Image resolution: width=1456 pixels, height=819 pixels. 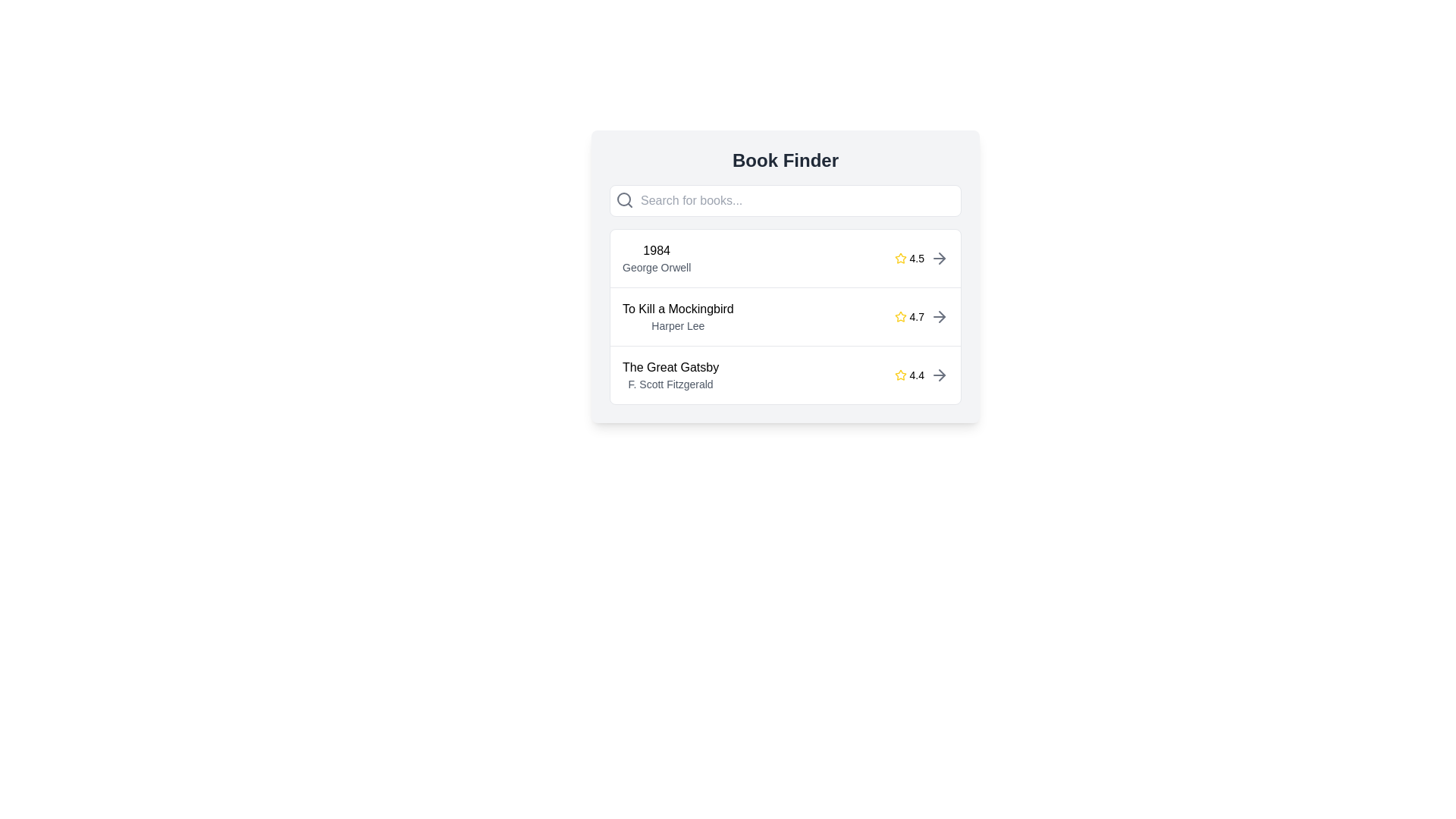 What do you see at coordinates (657, 267) in the screenshot?
I see `the text label displaying the author name 'George Orwell' associated with the book title '1984', located under the main heading '1984' as the lower text in a vertically stacked pair` at bounding box center [657, 267].